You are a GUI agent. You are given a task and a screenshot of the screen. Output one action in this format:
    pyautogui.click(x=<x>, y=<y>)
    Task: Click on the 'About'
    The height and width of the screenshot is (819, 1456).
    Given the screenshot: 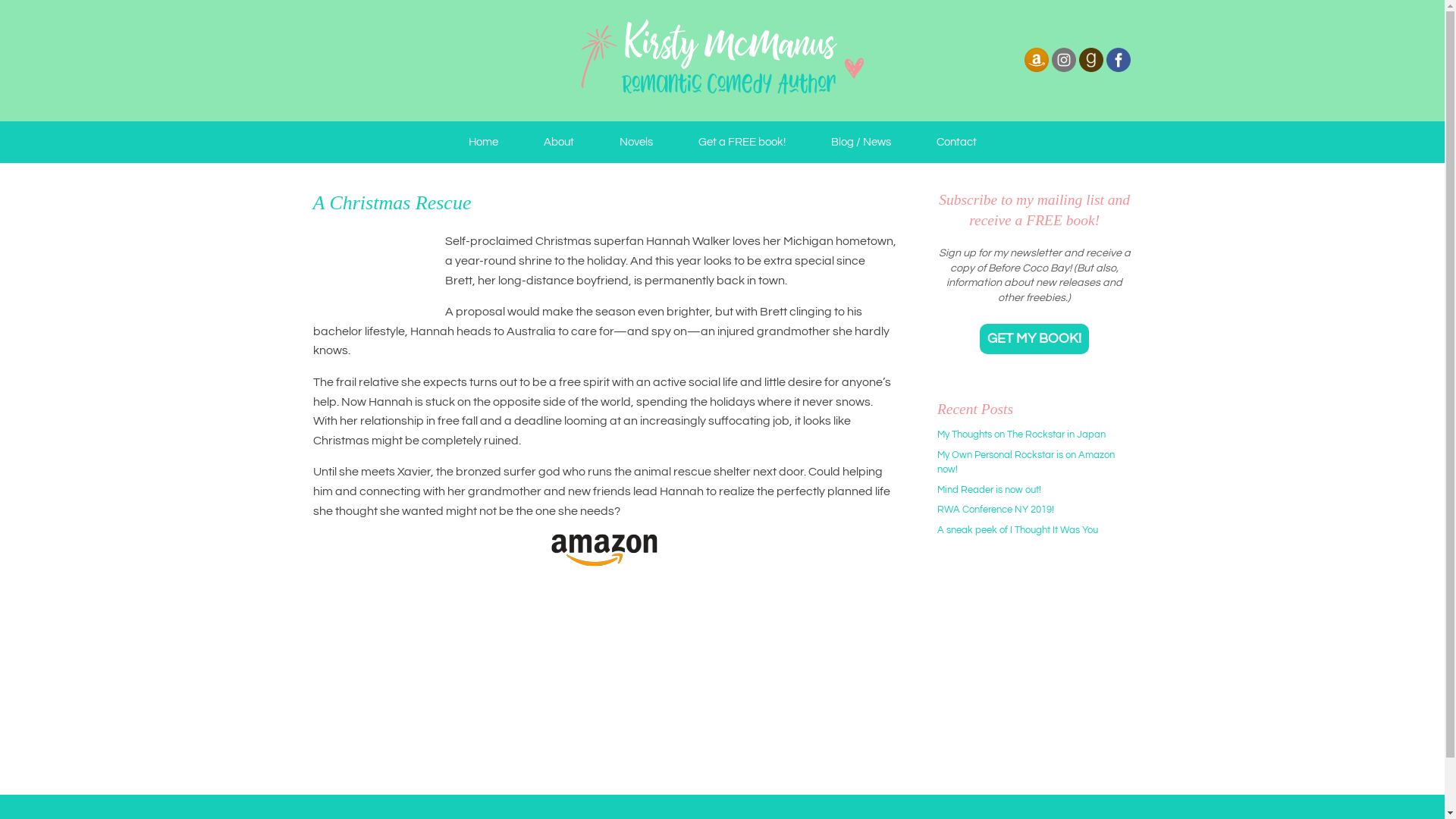 What is the action you would take?
    pyautogui.click(x=557, y=142)
    